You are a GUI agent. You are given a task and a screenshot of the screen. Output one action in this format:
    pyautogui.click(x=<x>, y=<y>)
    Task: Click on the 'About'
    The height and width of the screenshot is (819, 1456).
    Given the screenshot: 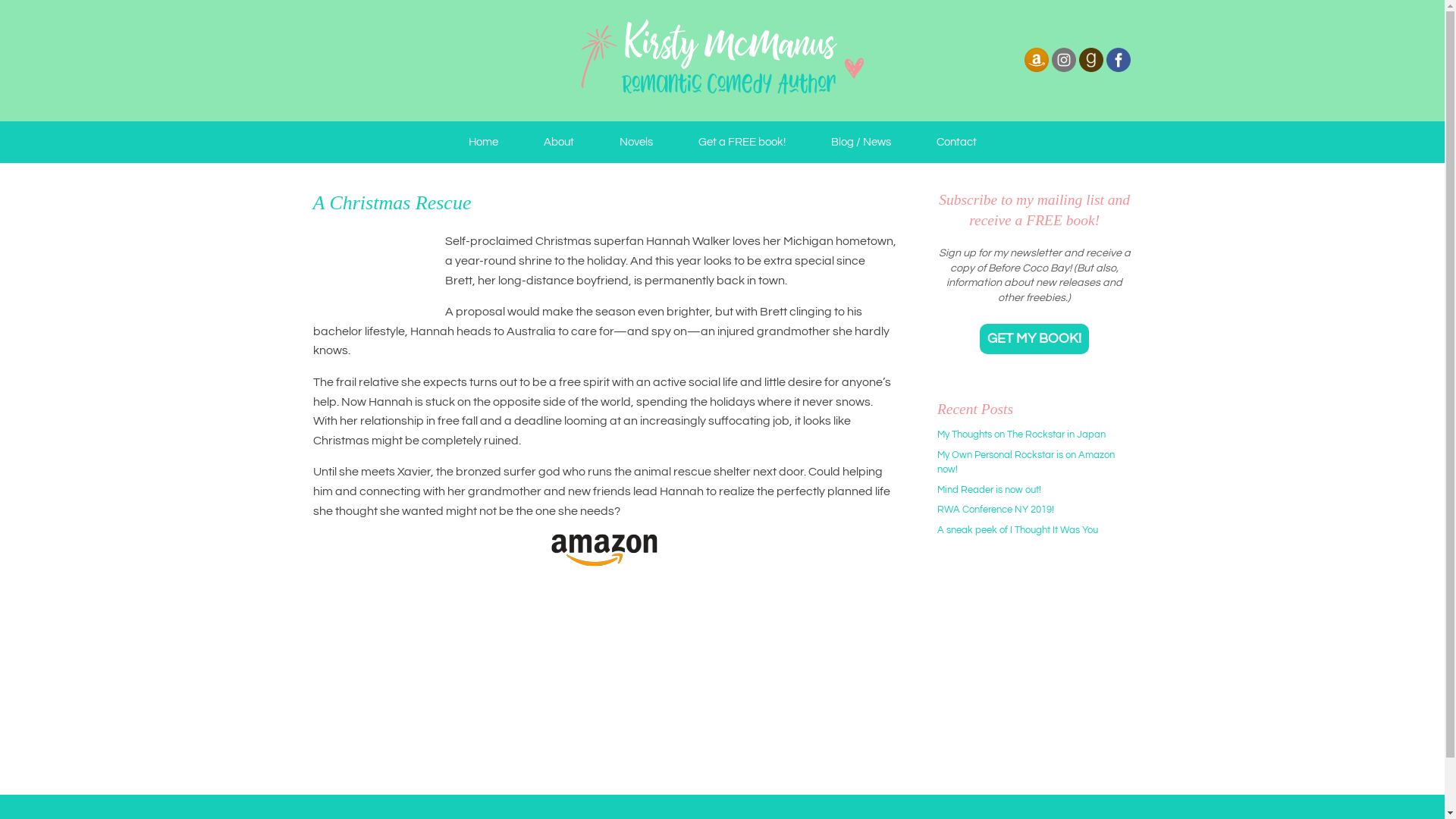 What is the action you would take?
    pyautogui.click(x=557, y=142)
    